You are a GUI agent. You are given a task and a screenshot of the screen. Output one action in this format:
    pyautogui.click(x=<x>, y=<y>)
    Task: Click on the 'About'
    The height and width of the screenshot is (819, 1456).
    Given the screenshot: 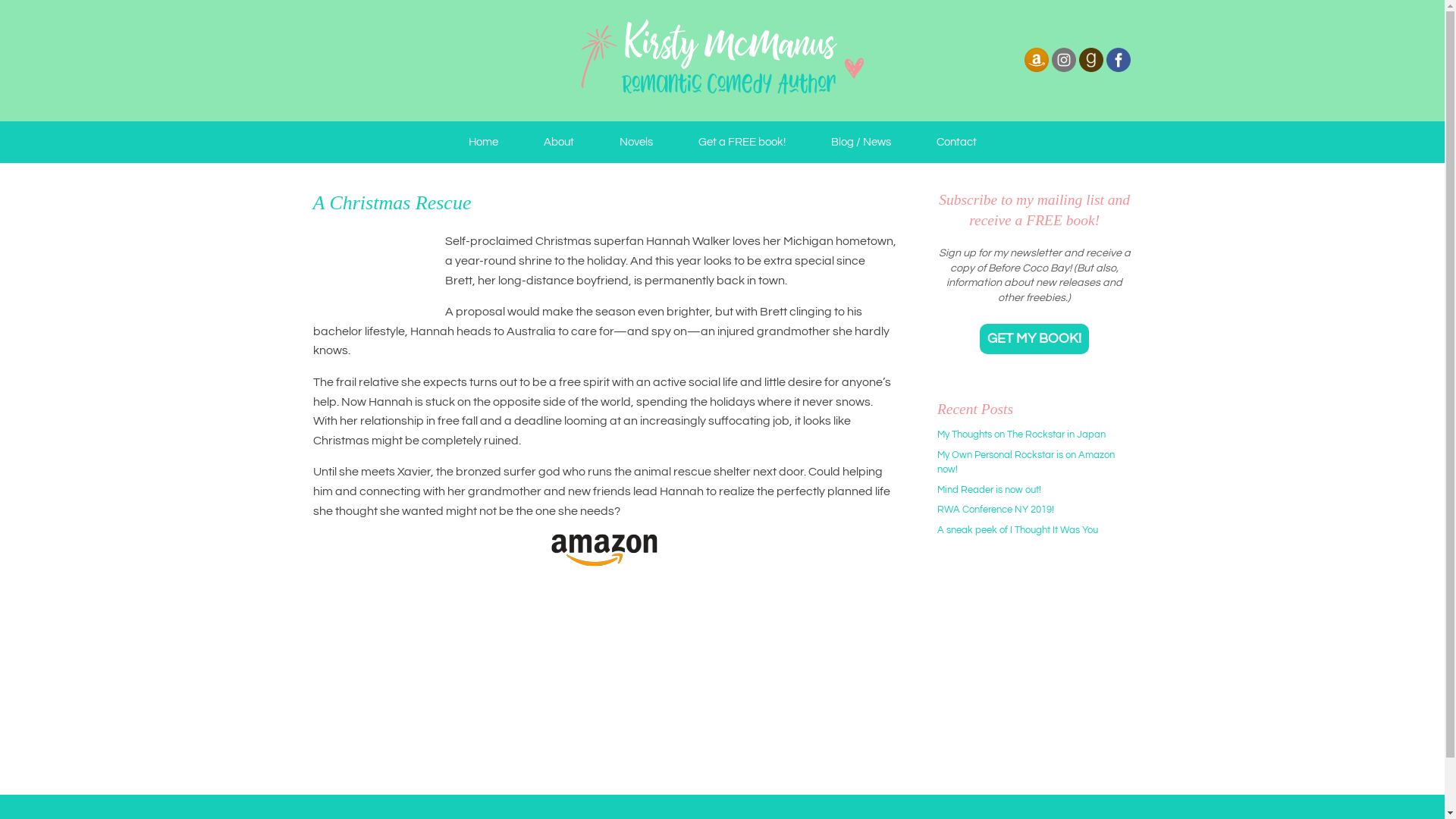 What is the action you would take?
    pyautogui.click(x=557, y=142)
    